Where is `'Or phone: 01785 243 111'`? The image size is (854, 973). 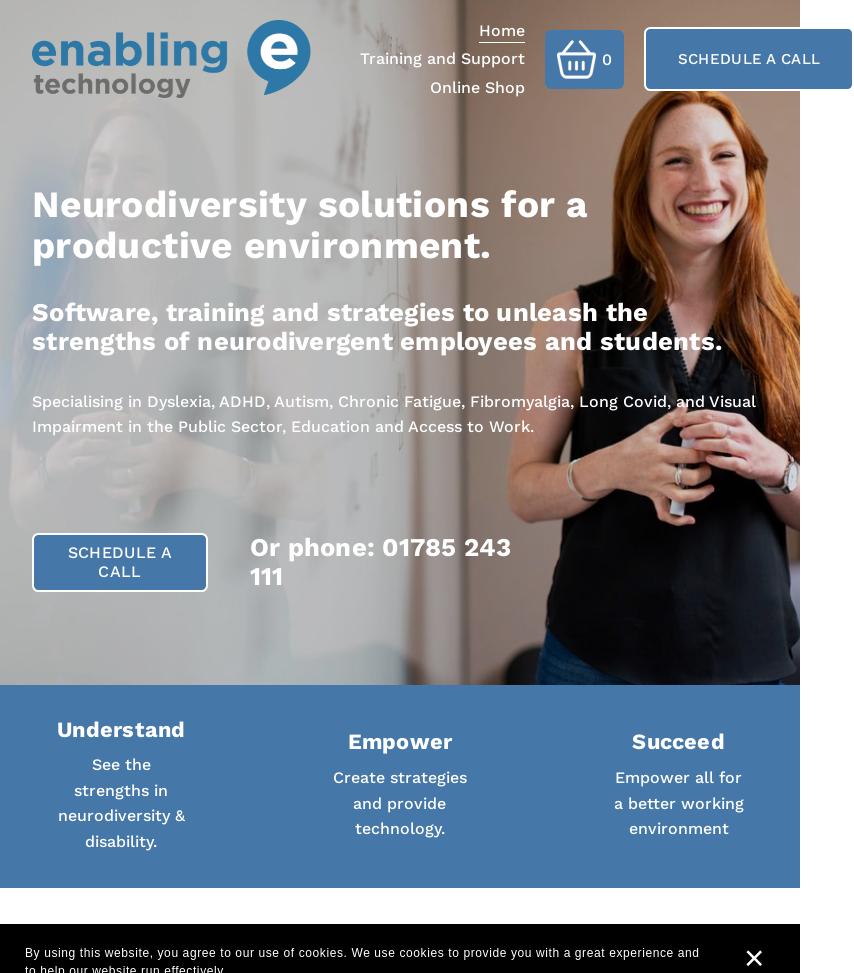 'Or phone: 01785 243 111' is located at coordinates (248, 561).